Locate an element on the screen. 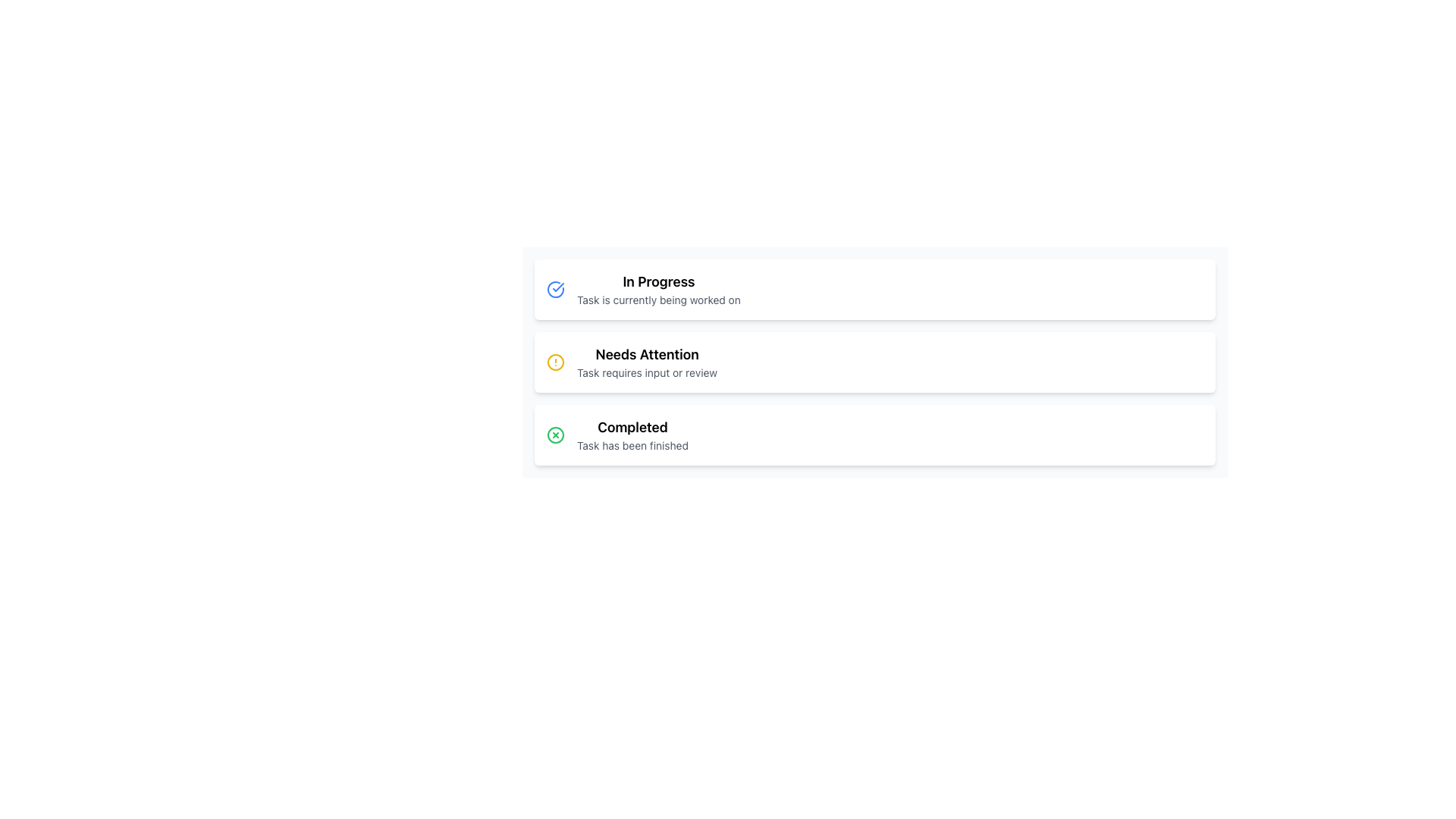  the Informational Card that displays 'Needs Attention', which is located below the 'In Progress' section and above the 'Completed' section in a vertical stack is located at coordinates (874, 362).